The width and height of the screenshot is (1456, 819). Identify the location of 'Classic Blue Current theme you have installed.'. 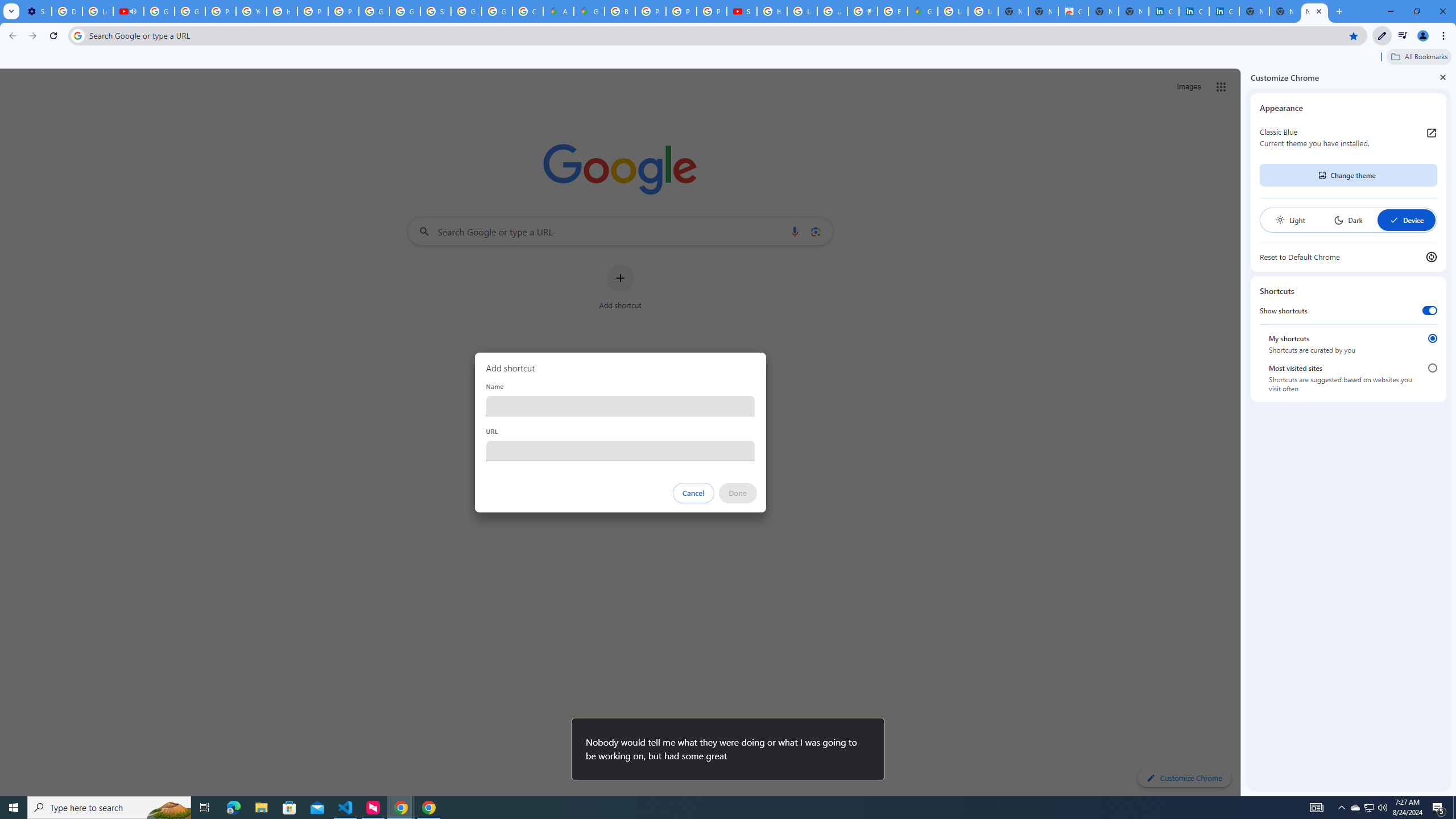
(1347, 137).